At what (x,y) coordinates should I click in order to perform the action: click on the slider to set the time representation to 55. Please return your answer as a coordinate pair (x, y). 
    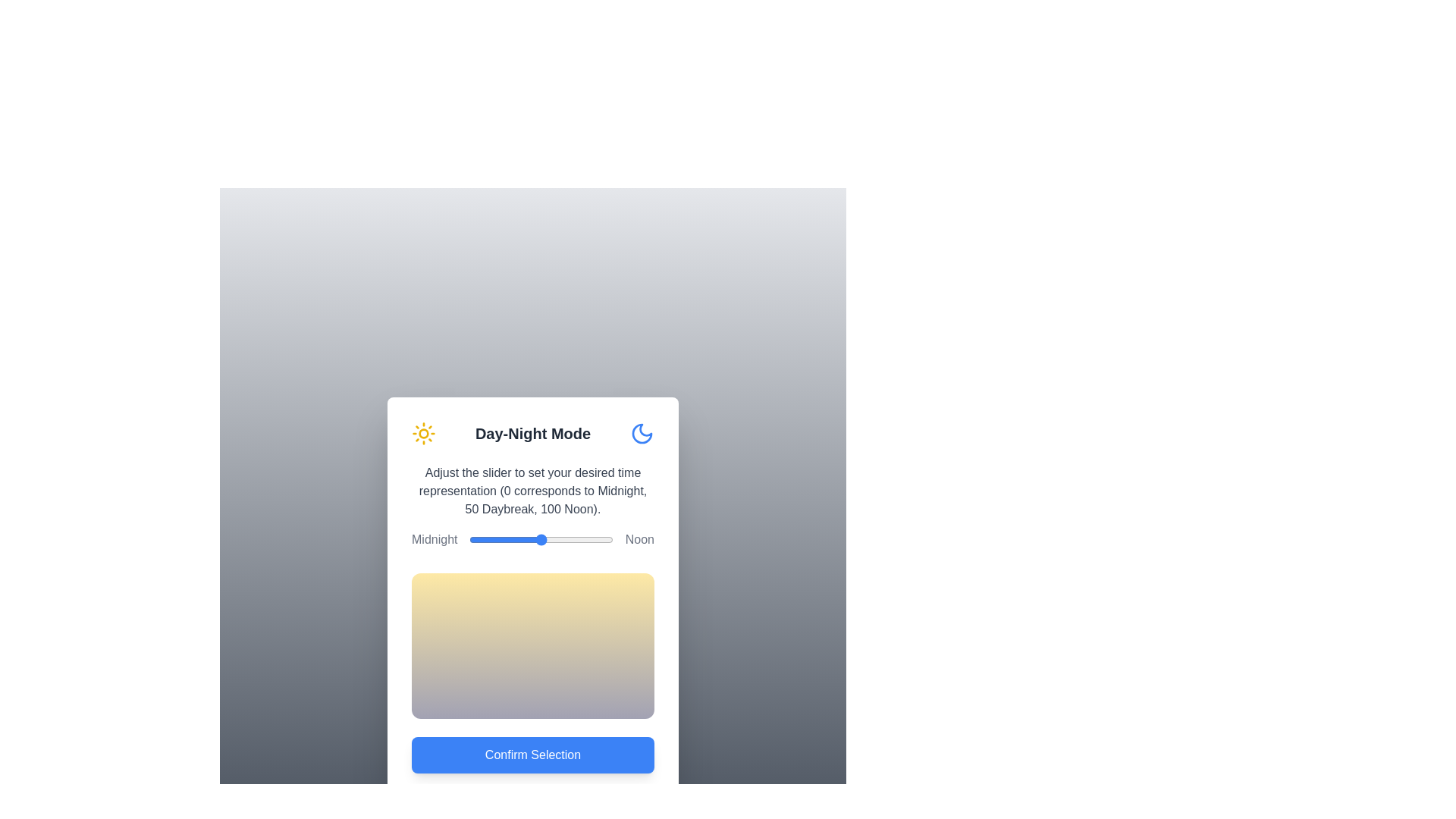
    Looking at the image, I should click on (548, 539).